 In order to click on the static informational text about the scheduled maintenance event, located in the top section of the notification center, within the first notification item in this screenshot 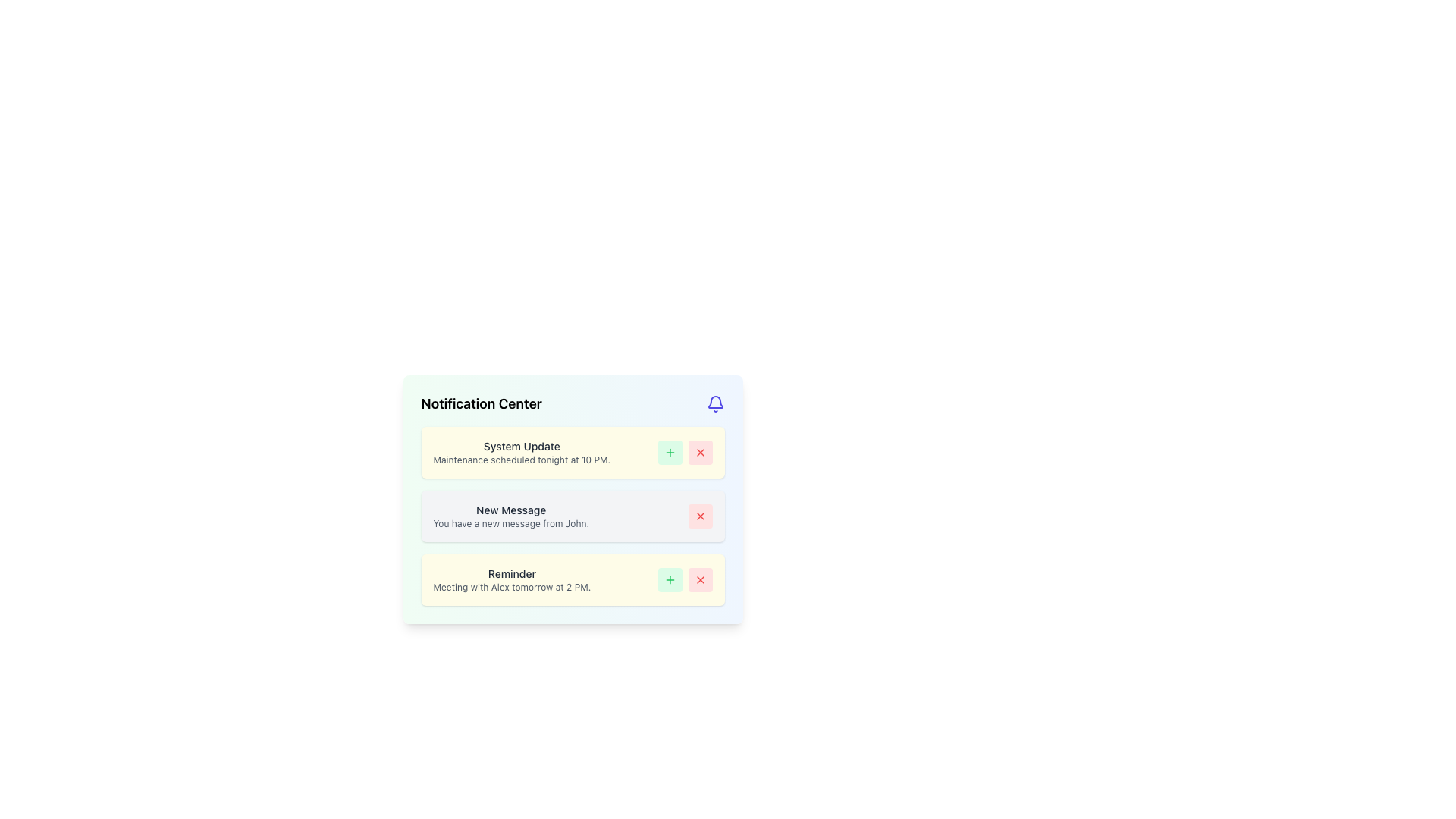, I will do `click(522, 452)`.